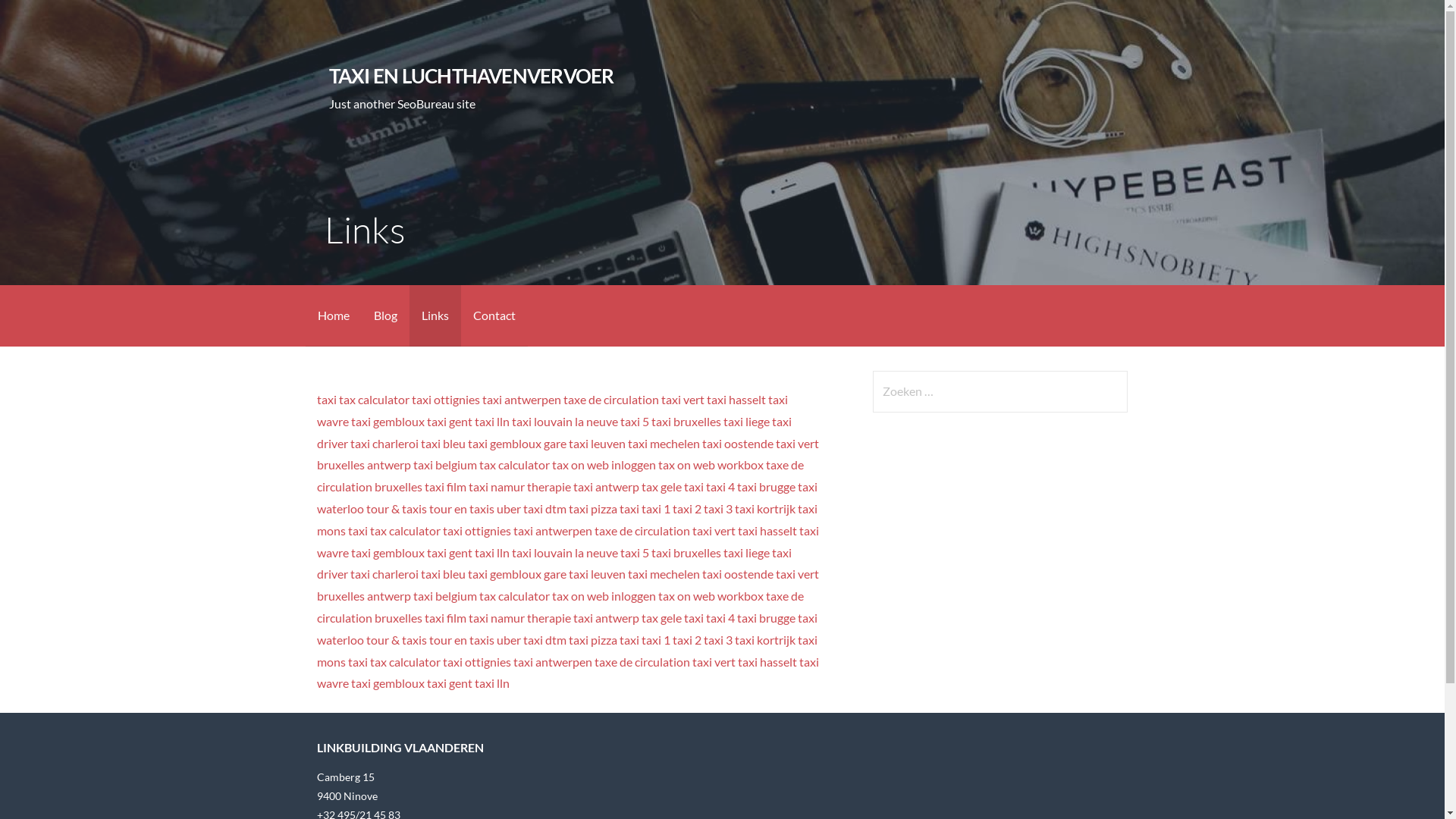  Describe the element at coordinates (516, 573) in the screenshot. I see `'taxi gembloux gare'` at that location.